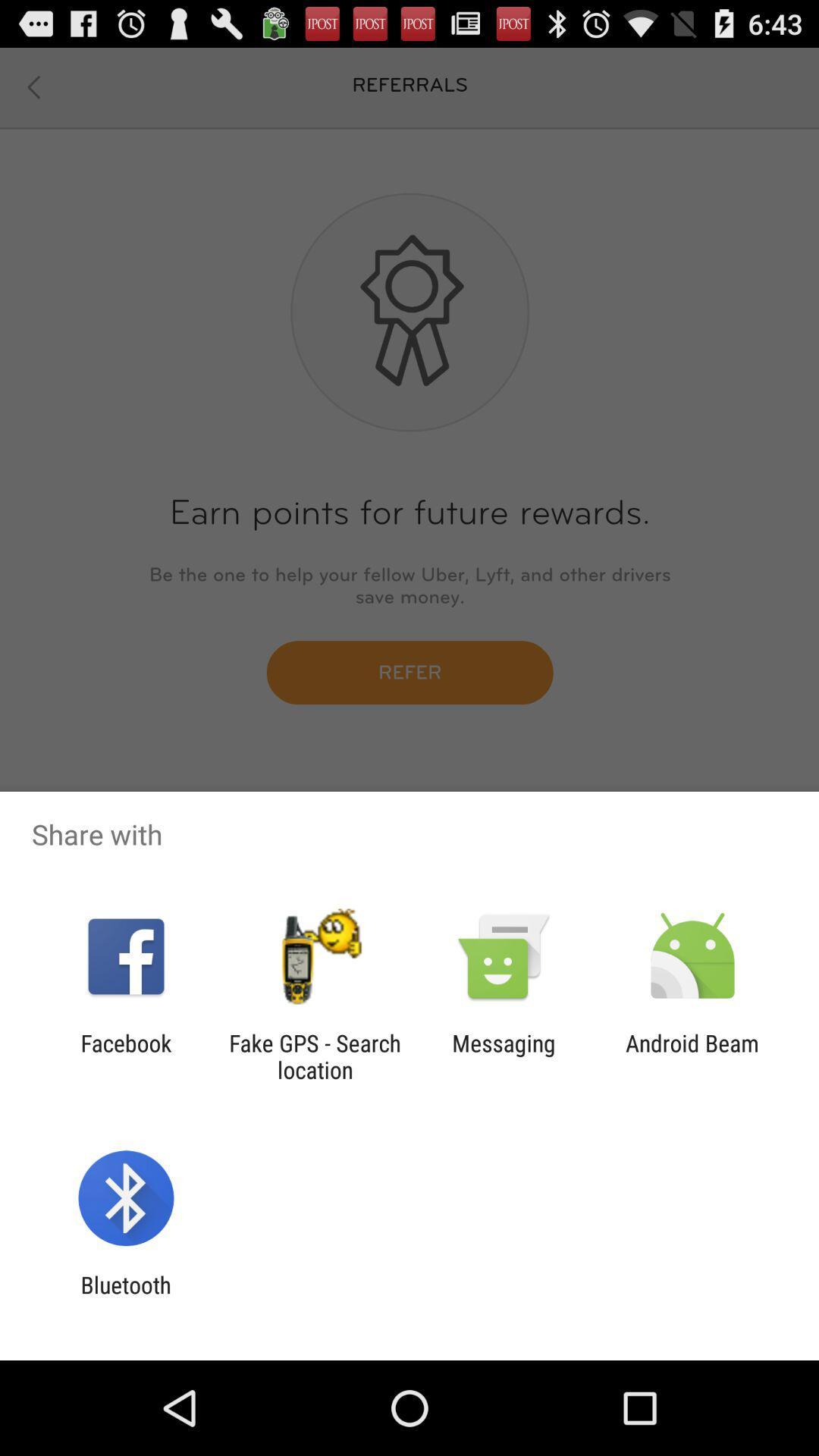 The height and width of the screenshot is (1456, 819). I want to click on the bluetooth item, so click(125, 1298).